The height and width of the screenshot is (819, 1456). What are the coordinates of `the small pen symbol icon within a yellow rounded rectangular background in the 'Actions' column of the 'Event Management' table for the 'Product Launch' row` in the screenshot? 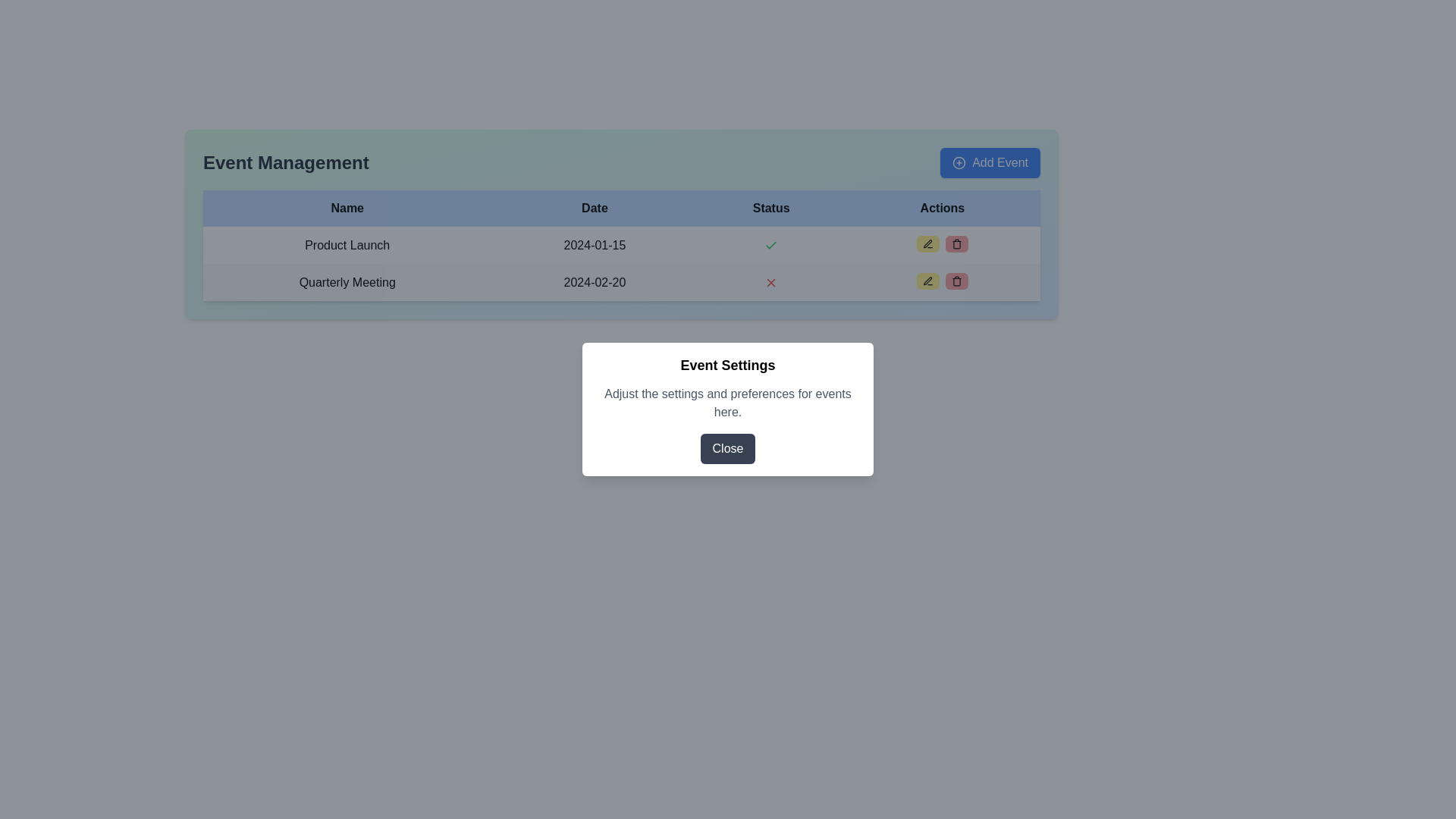 It's located at (927, 281).